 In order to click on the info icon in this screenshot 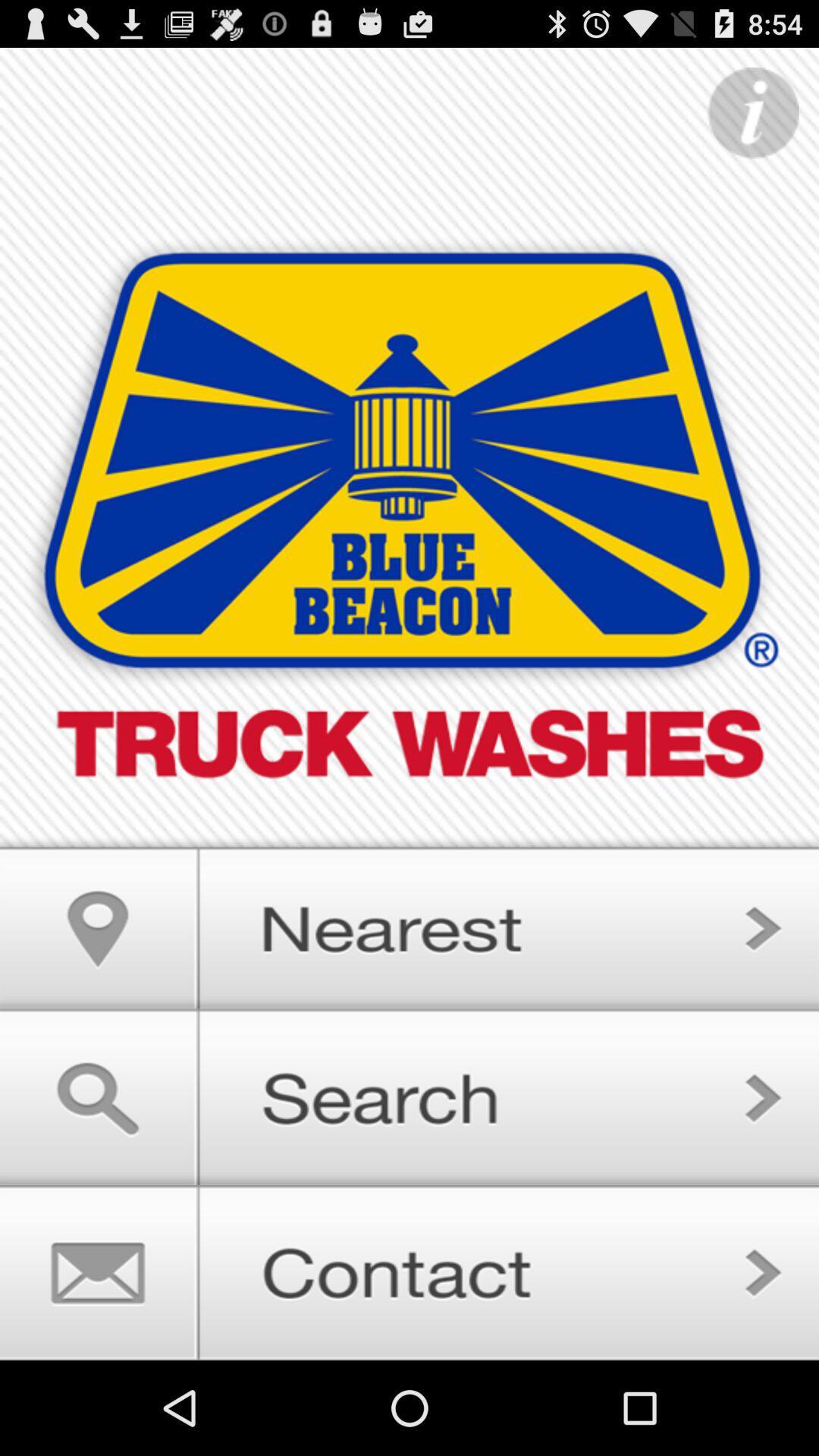, I will do `click(753, 121)`.